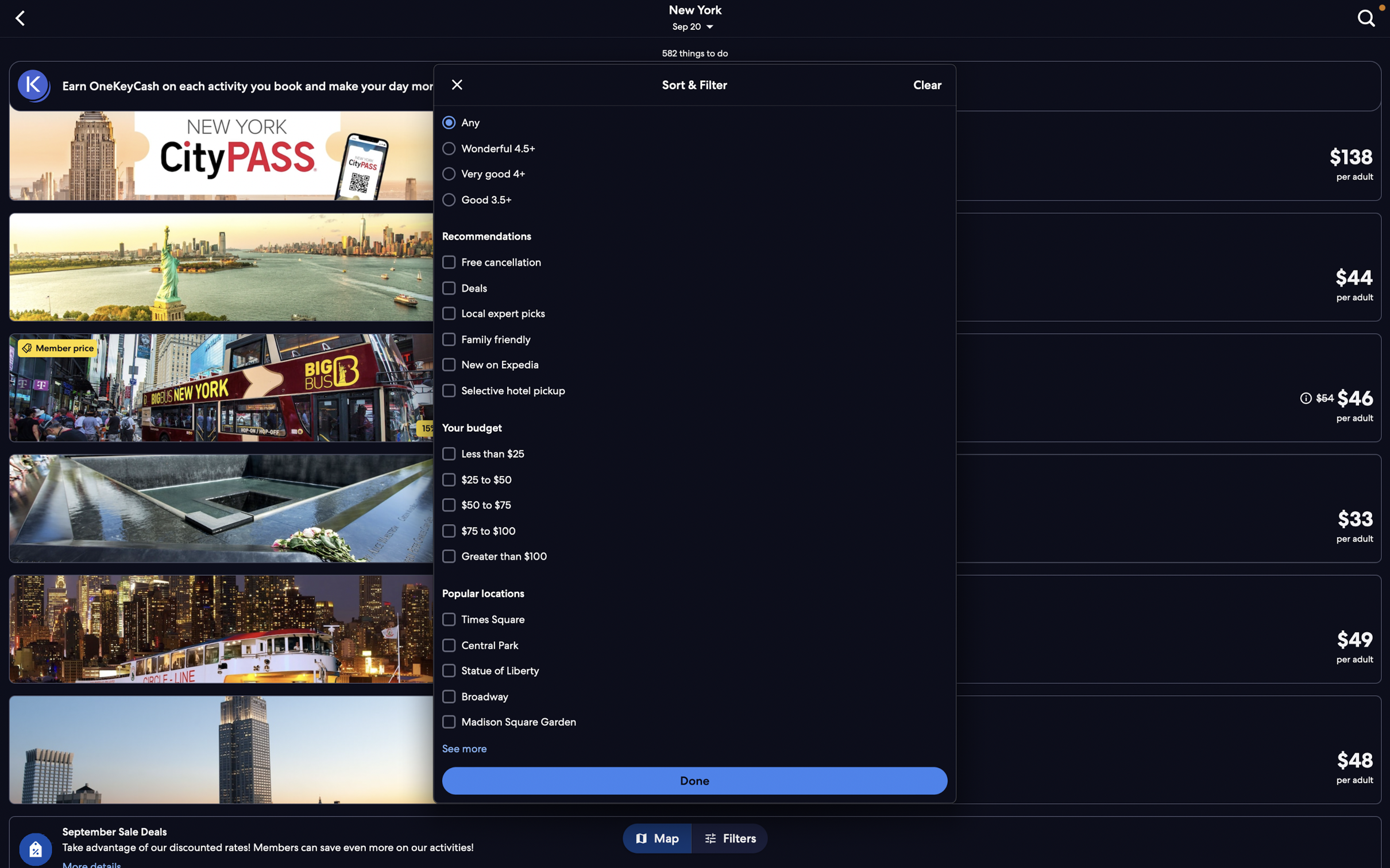 The width and height of the screenshot is (1390, 868). I want to click on "very good" and "family friendly" options, so click(693, 174).